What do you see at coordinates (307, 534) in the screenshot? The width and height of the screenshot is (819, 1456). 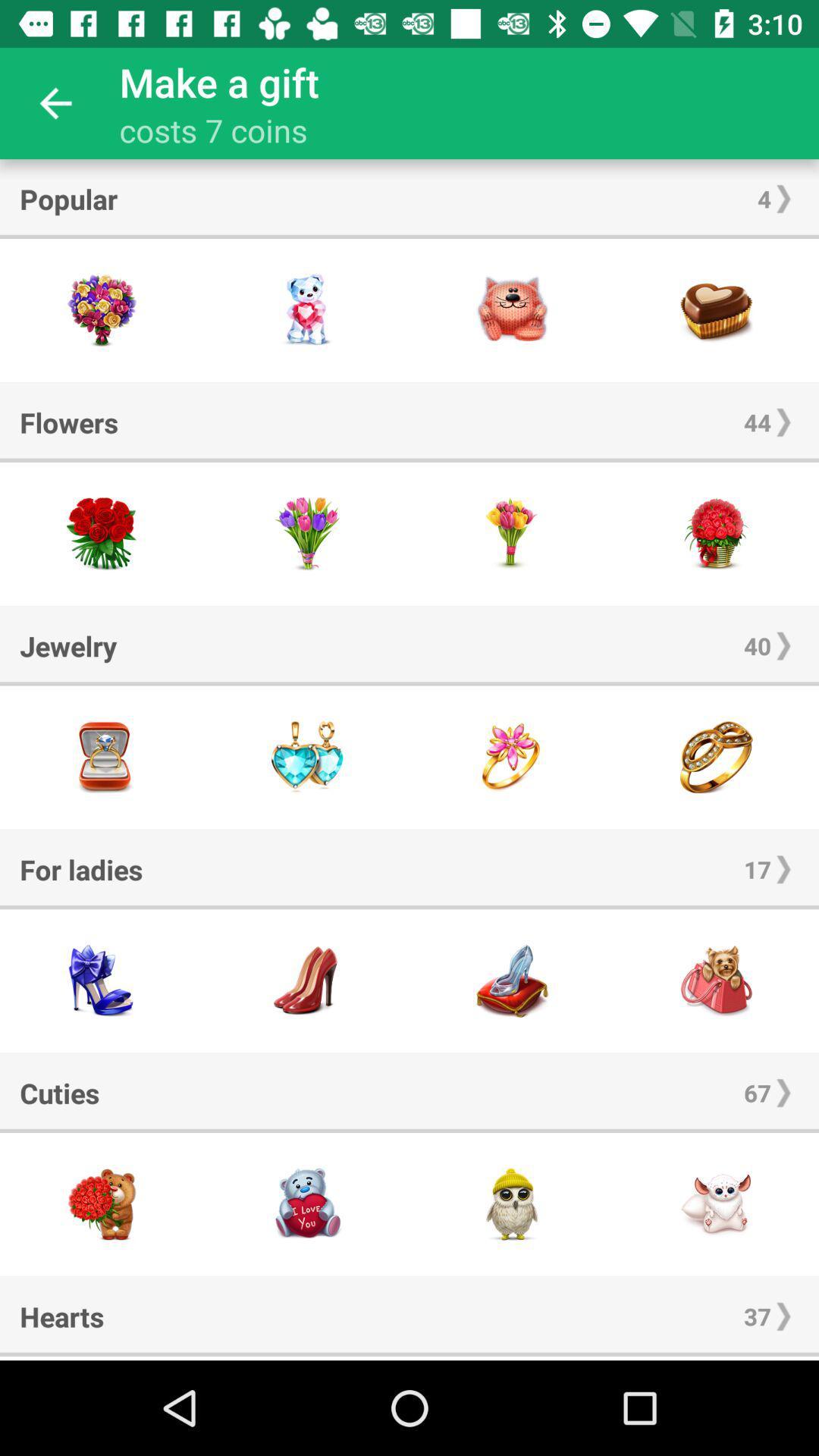 I see `flower` at bounding box center [307, 534].